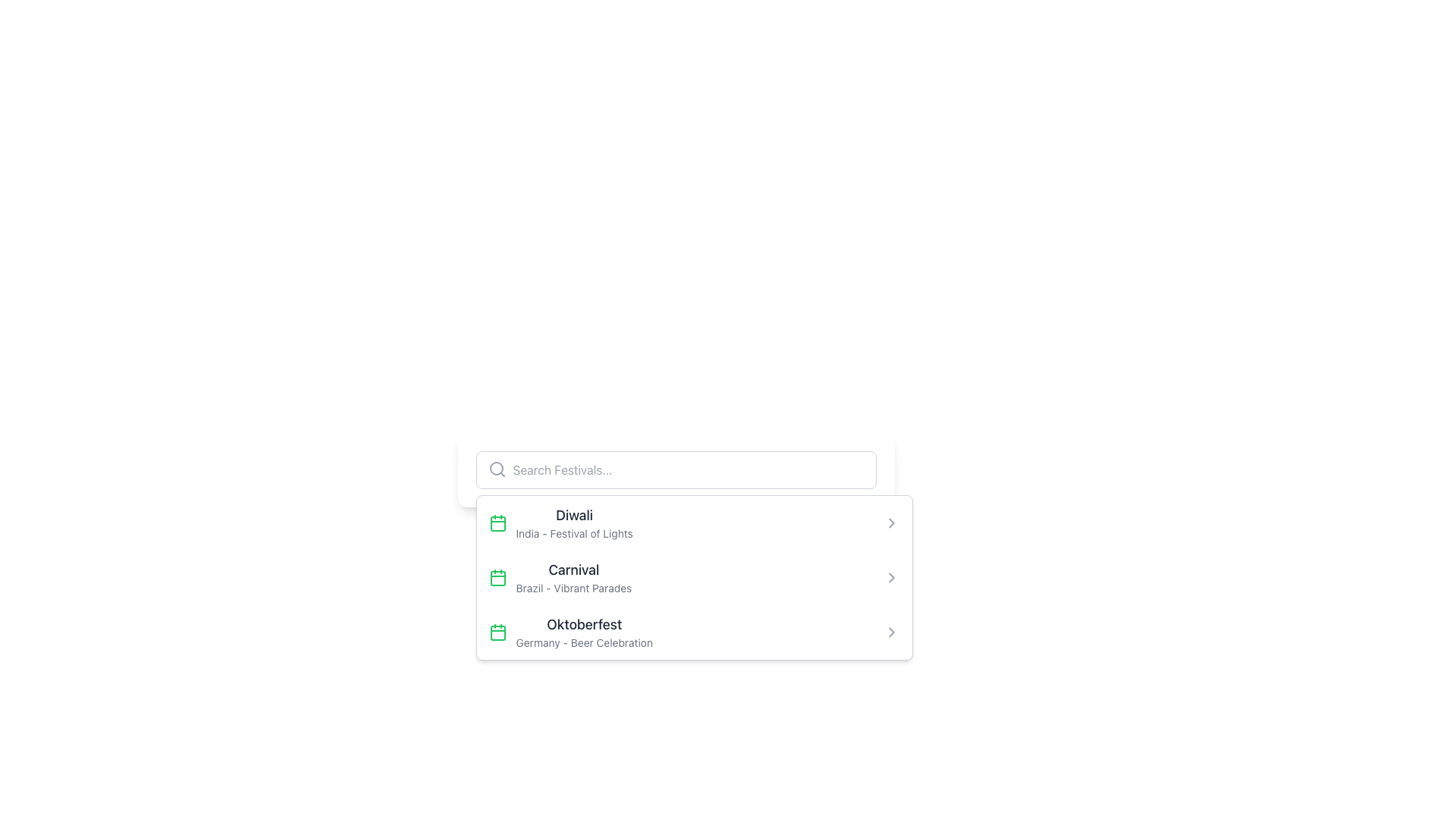 The height and width of the screenshot is (819, 1456). Describe the element at coordinates (497, 578) in the screenshot. I see `the icon related to the 'Carnival' event, located in the second row between 'Diwali' and 'Oktoberfest', to interact with associated event information` at that location.